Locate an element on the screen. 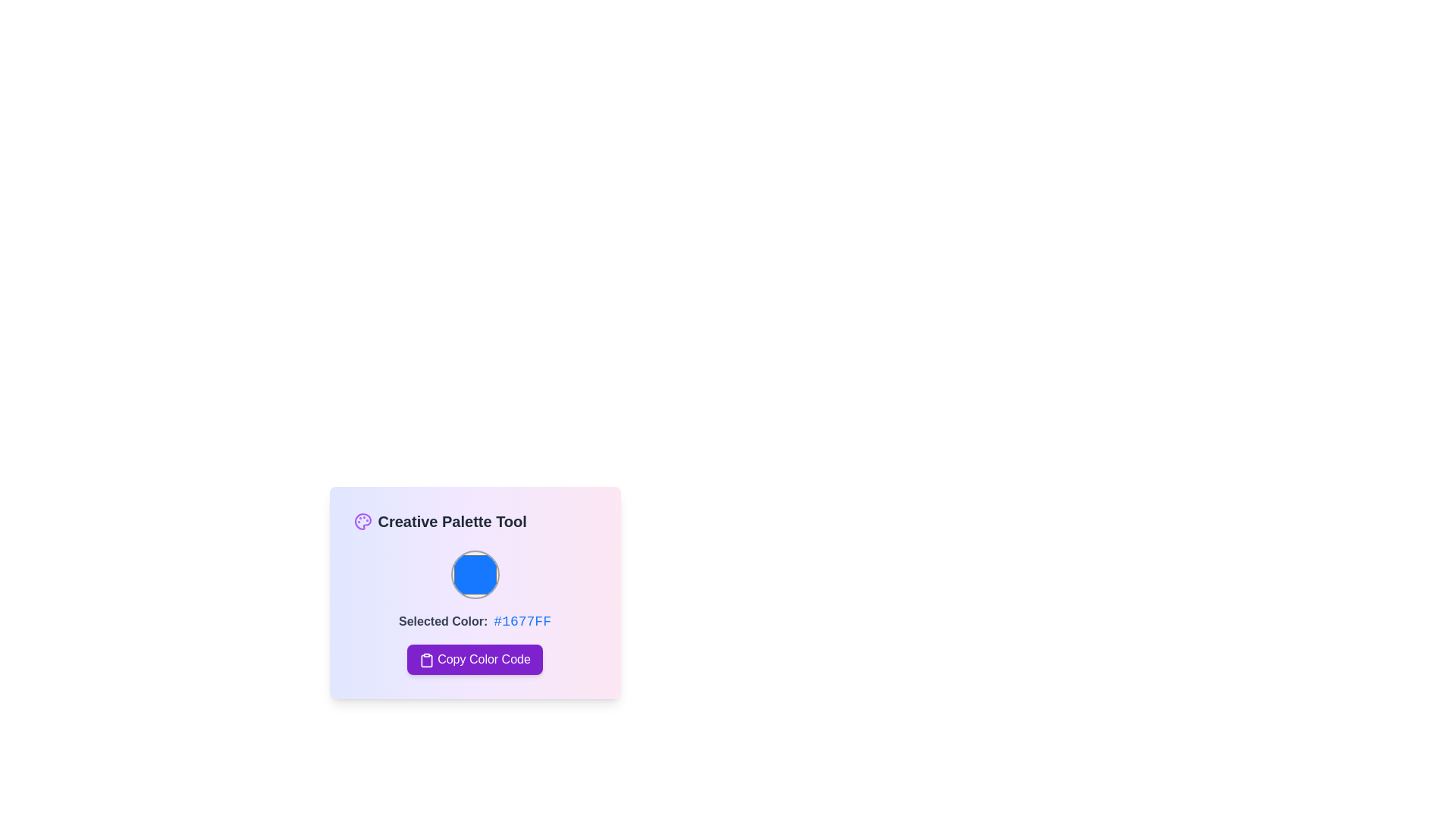 Image resolution: width=1456 pixels, height=819 pixels. the copy color code button located below the text 'Selected Color: #1677FF' by moving the keyboard focus to it is located at coordinates (474, 659).